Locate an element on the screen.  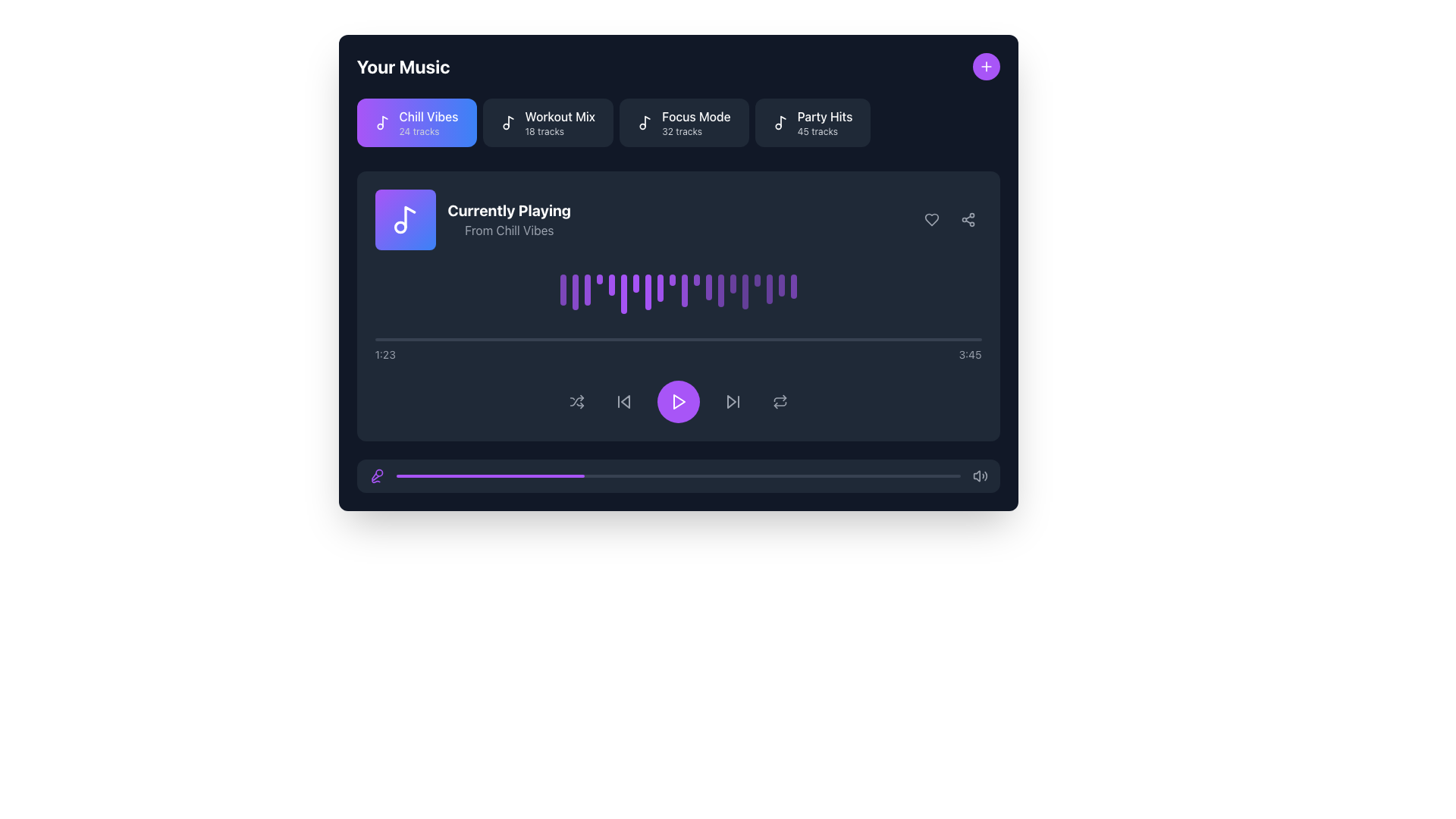
the microphone icon located in the lower-left part of the interface within a rounded rectangle, which serves as a button for audio or recording functionalities is located at coordinates (376, 475).